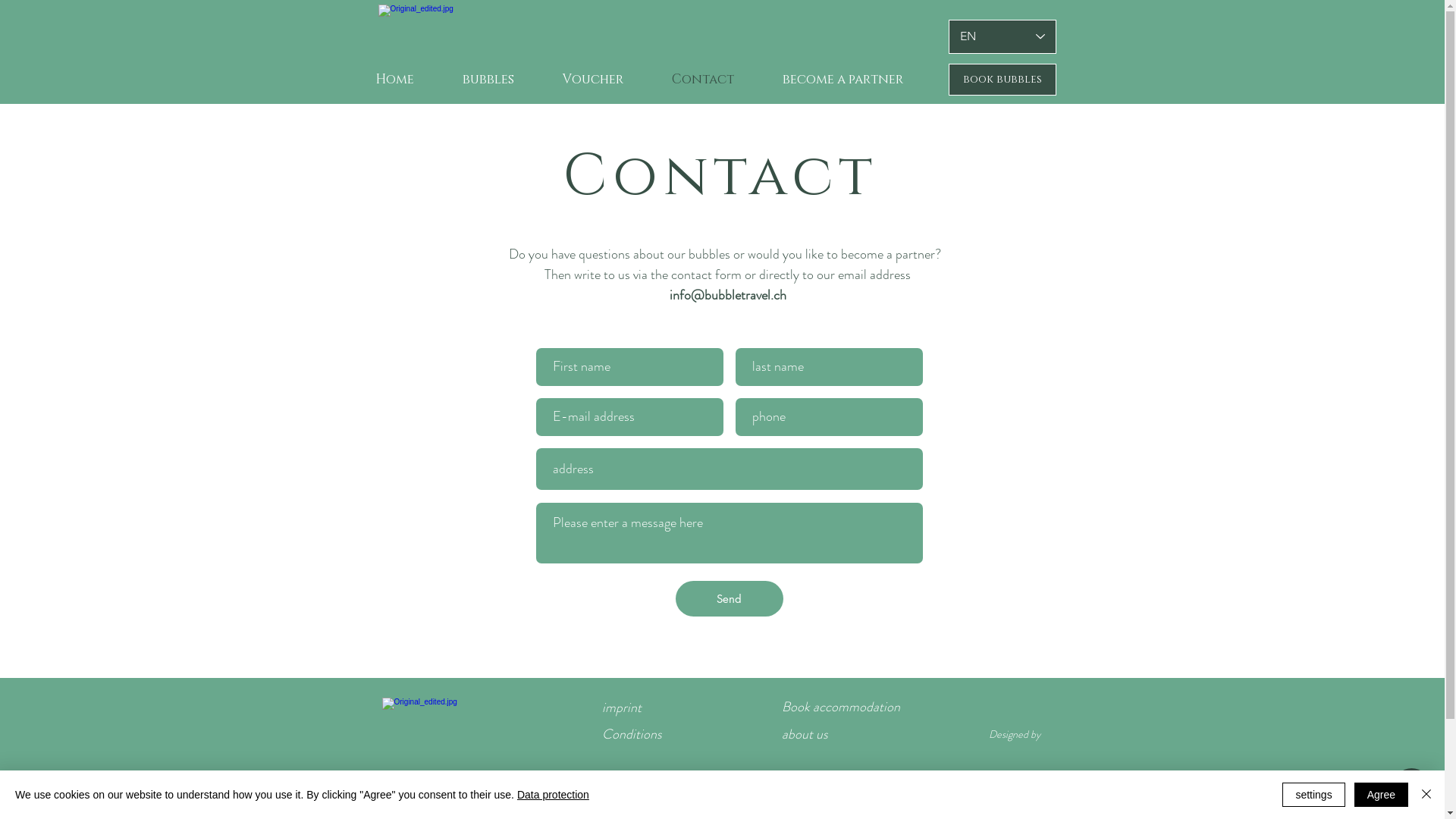  I want to click on 'about us', so click(803, 733).